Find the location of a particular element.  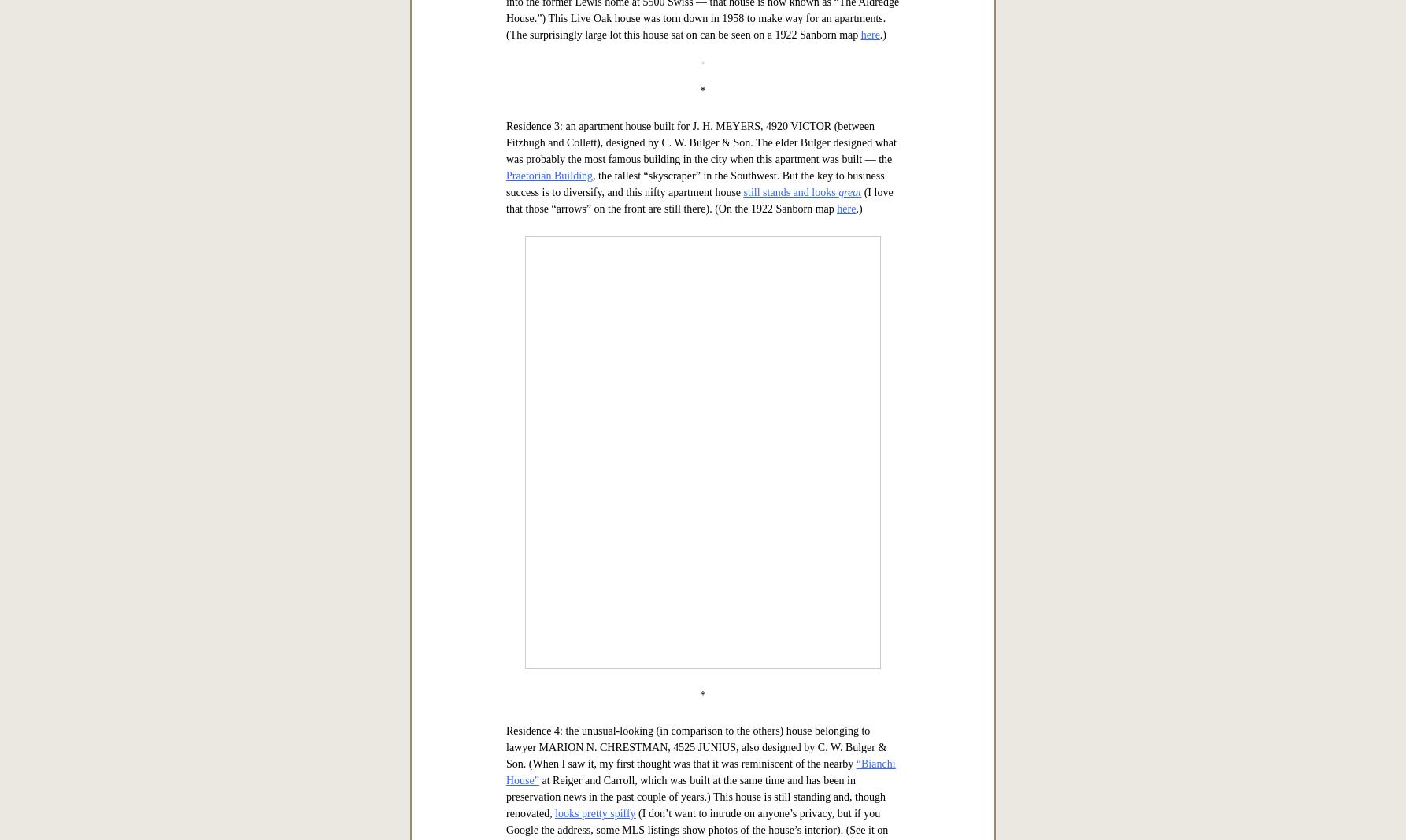

'Residence 1: (above) the beautiful sprawling home of businessman RUFUS W. HIGGINBOTHAM (Higginbotham-Bailey, Boren-Stewart, etc.), 5002 SWISS AVENUE, designed by Charles Erwin Barglebaugh, chief designer for Lang & Witchell and a former employee of Frank Lloyd Wright (more on Barglebaugh — who was one of the architects responsible for the Medical Arts Building — can be found' is located at coordinates (701, 342).